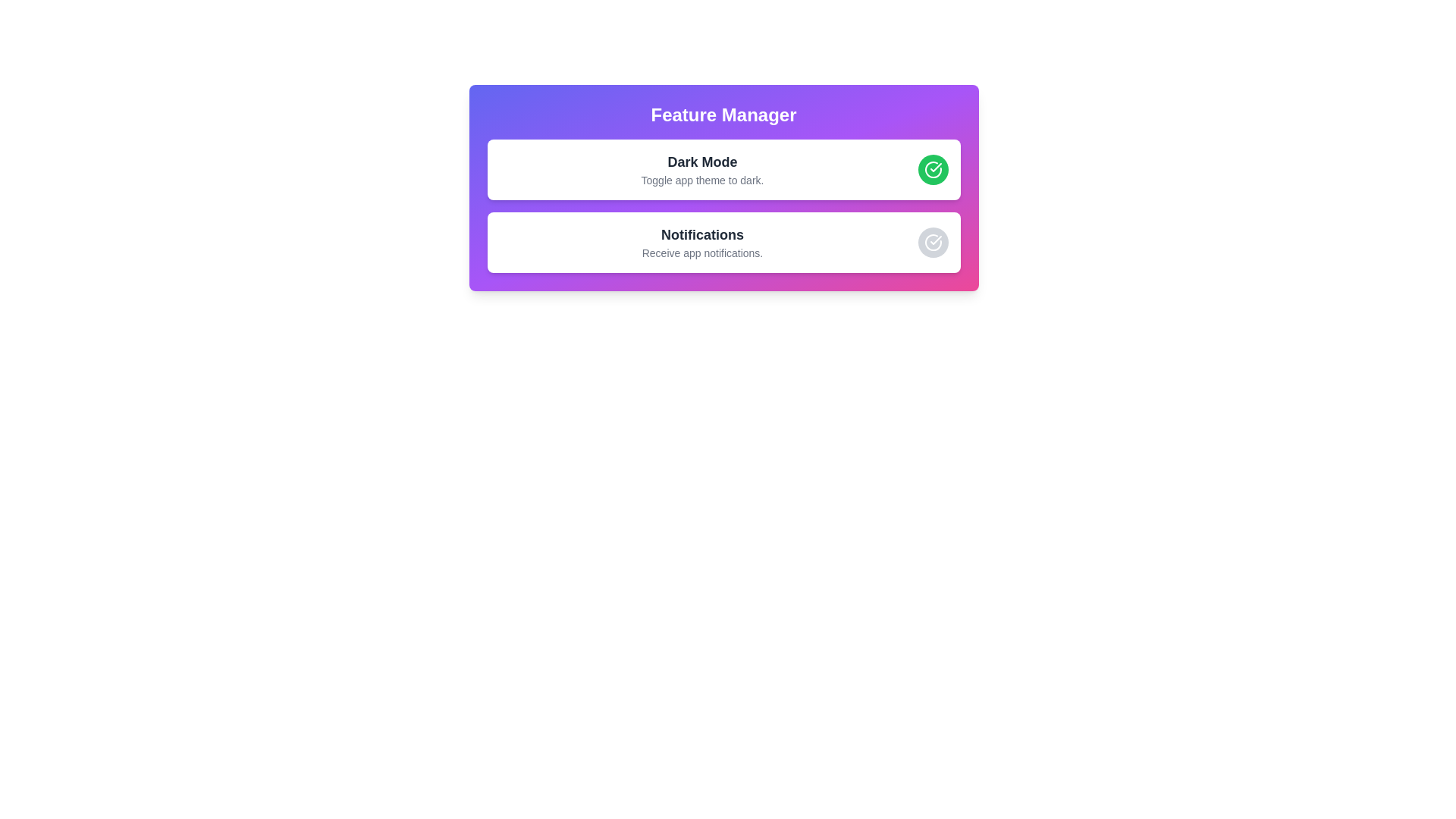 The height and width of the screenshot is (819, 1456). Describe the element at coordinates (932, 242) in the screenshot. I see `the circular check icon located in the notification section, aligned to the right side of the 'Notifications' label` at that location.